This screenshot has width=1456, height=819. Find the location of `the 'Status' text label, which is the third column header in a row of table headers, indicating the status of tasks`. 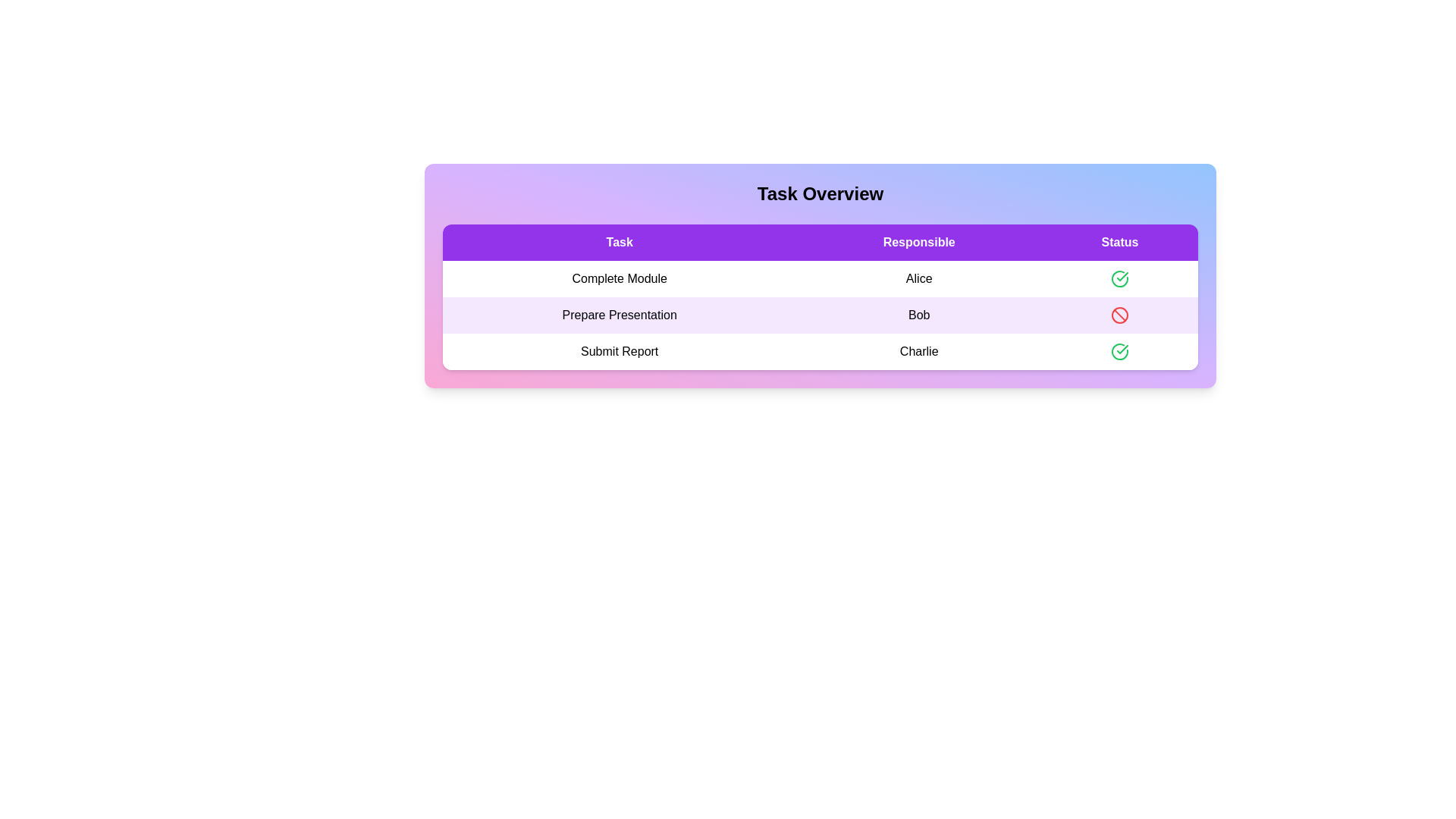

the 'Status' text label, which is the third column header in a row of table headers, indicating the status of tasks is located at coordinates (1120, 242).